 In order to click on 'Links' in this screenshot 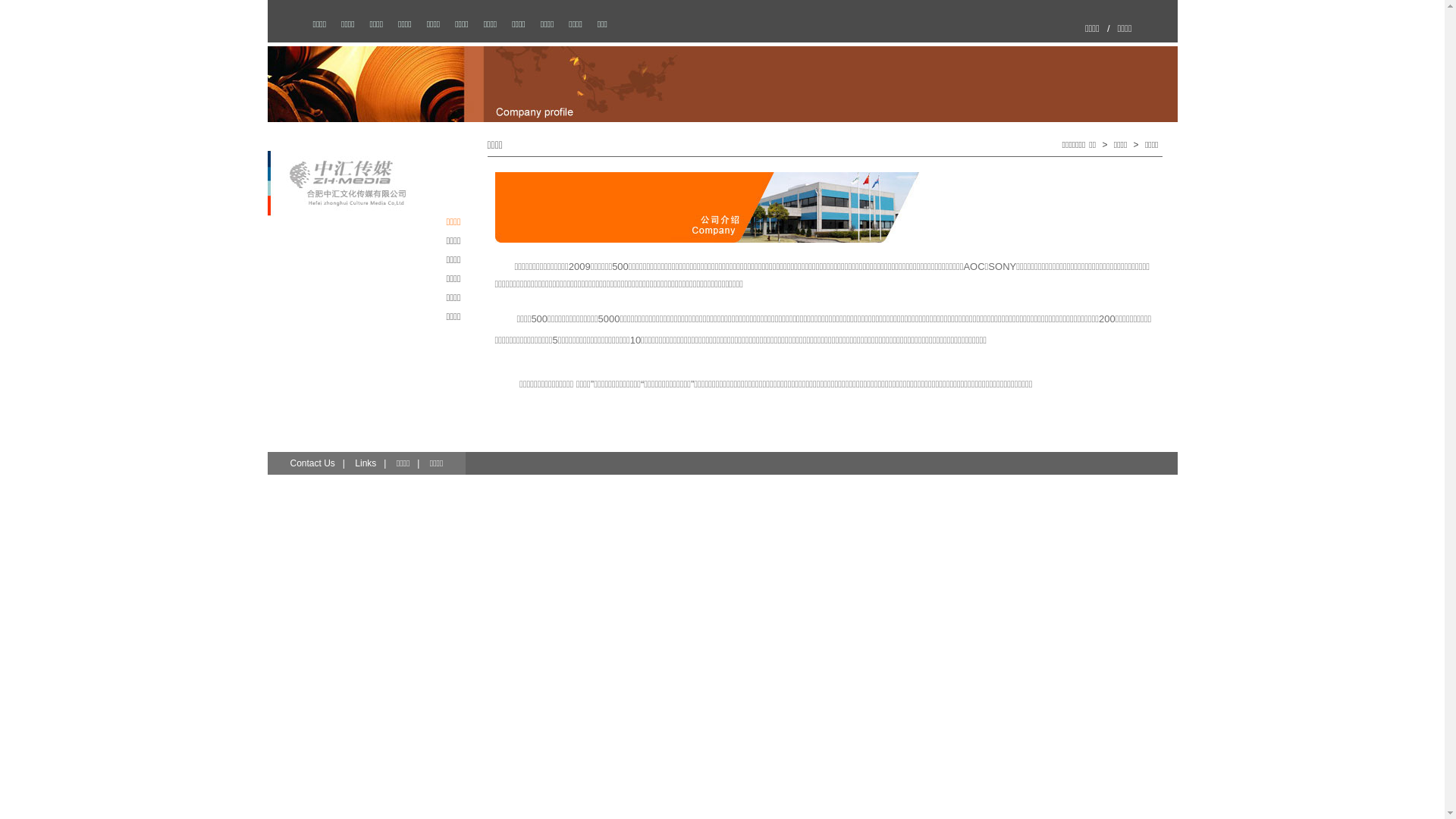, I will do `click(365, 462)`.